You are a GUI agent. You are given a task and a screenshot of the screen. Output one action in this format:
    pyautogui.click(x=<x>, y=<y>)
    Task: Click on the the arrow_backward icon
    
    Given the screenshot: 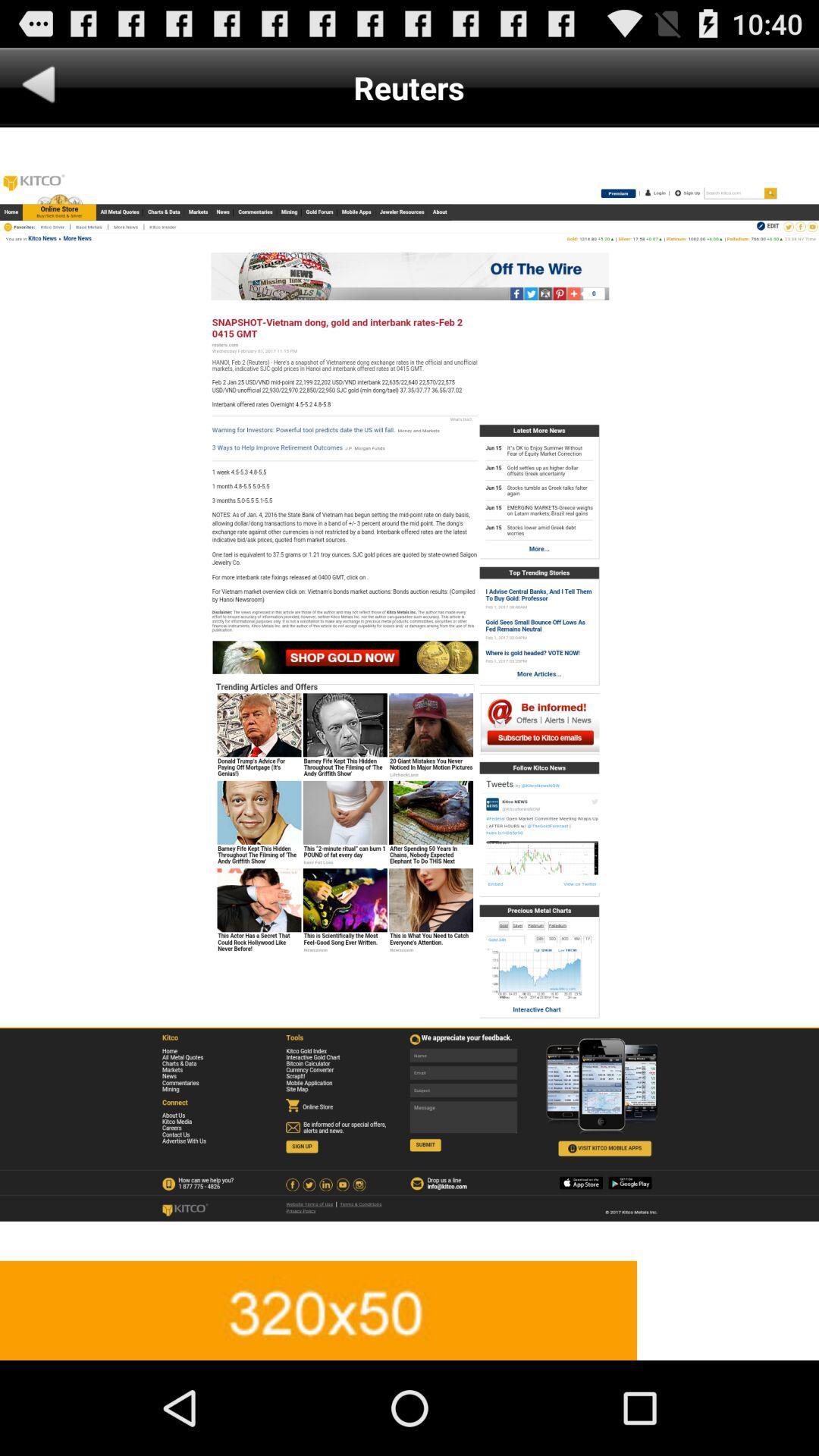 What is the action you would take?
    pyautogui.click(x=38, y=93)
    